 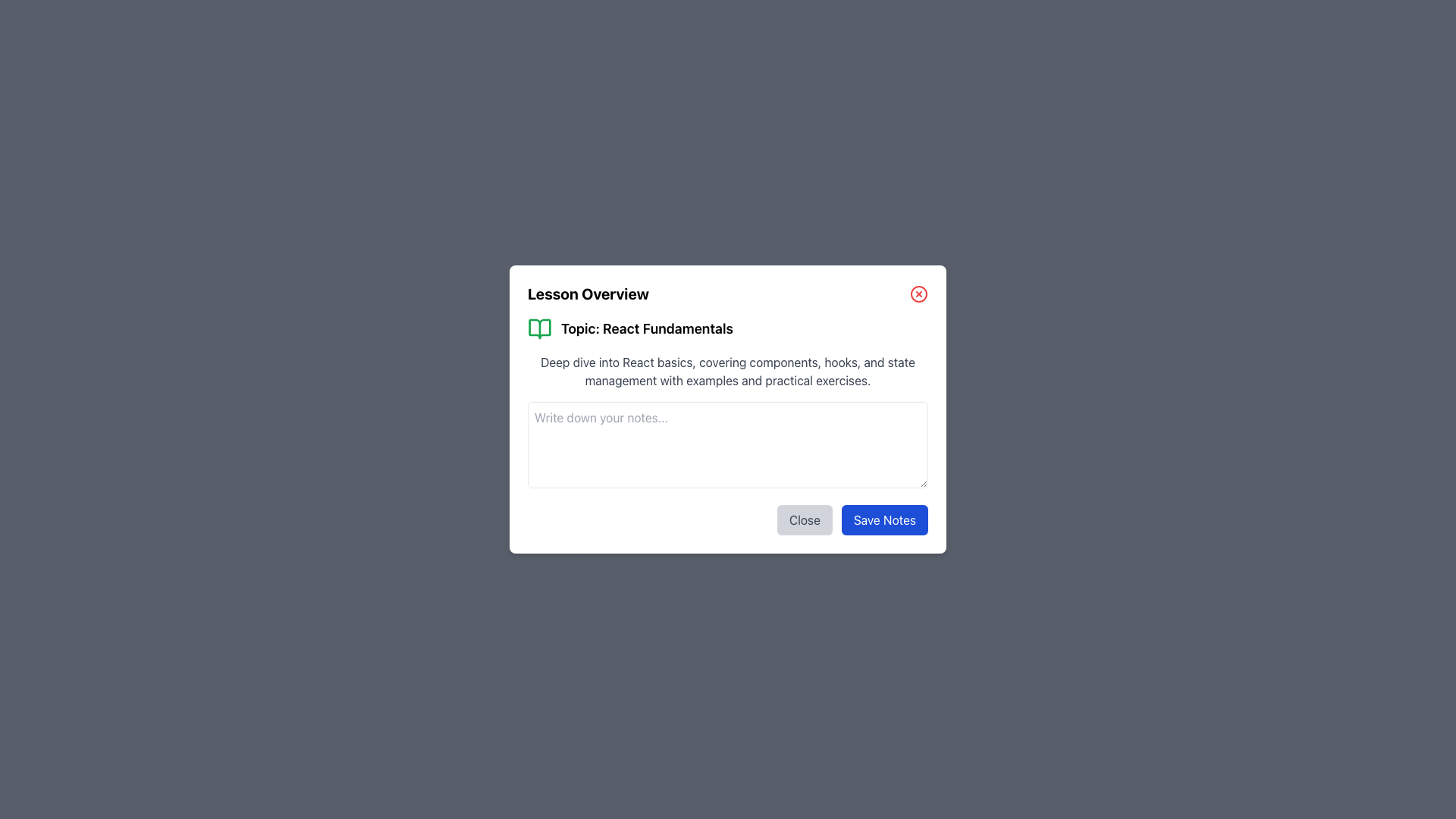 What do you see at coordinates (728, 328) in the screenshot?
I see `the label section containing the text 'Topic: React Fundamentals' and the green open book icon` at bounding box center [728, 328].